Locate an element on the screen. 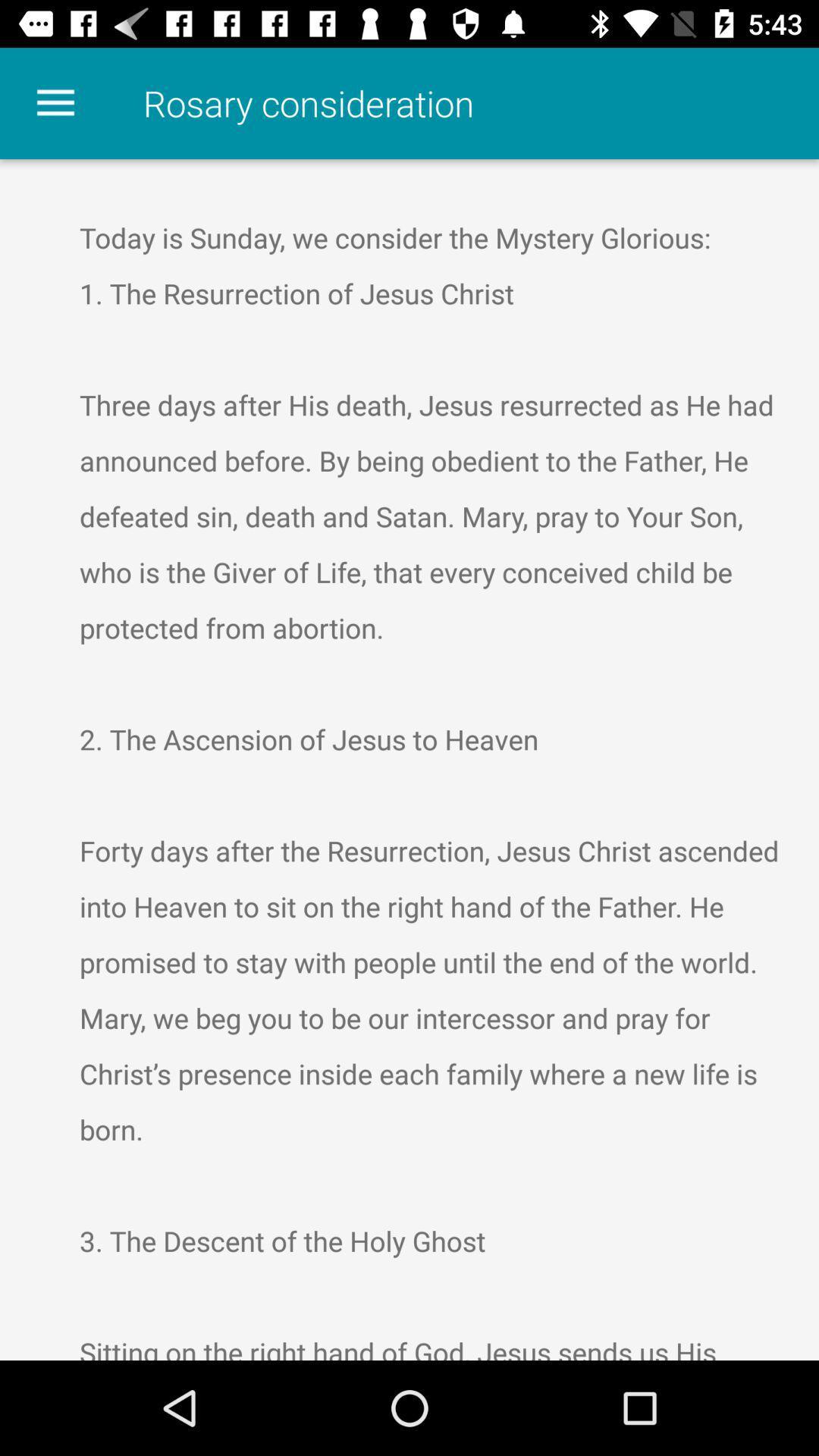 The height and width of the screenshot is (1456, 819). the item above the today is sunday item is located at coordinates (55, 102).